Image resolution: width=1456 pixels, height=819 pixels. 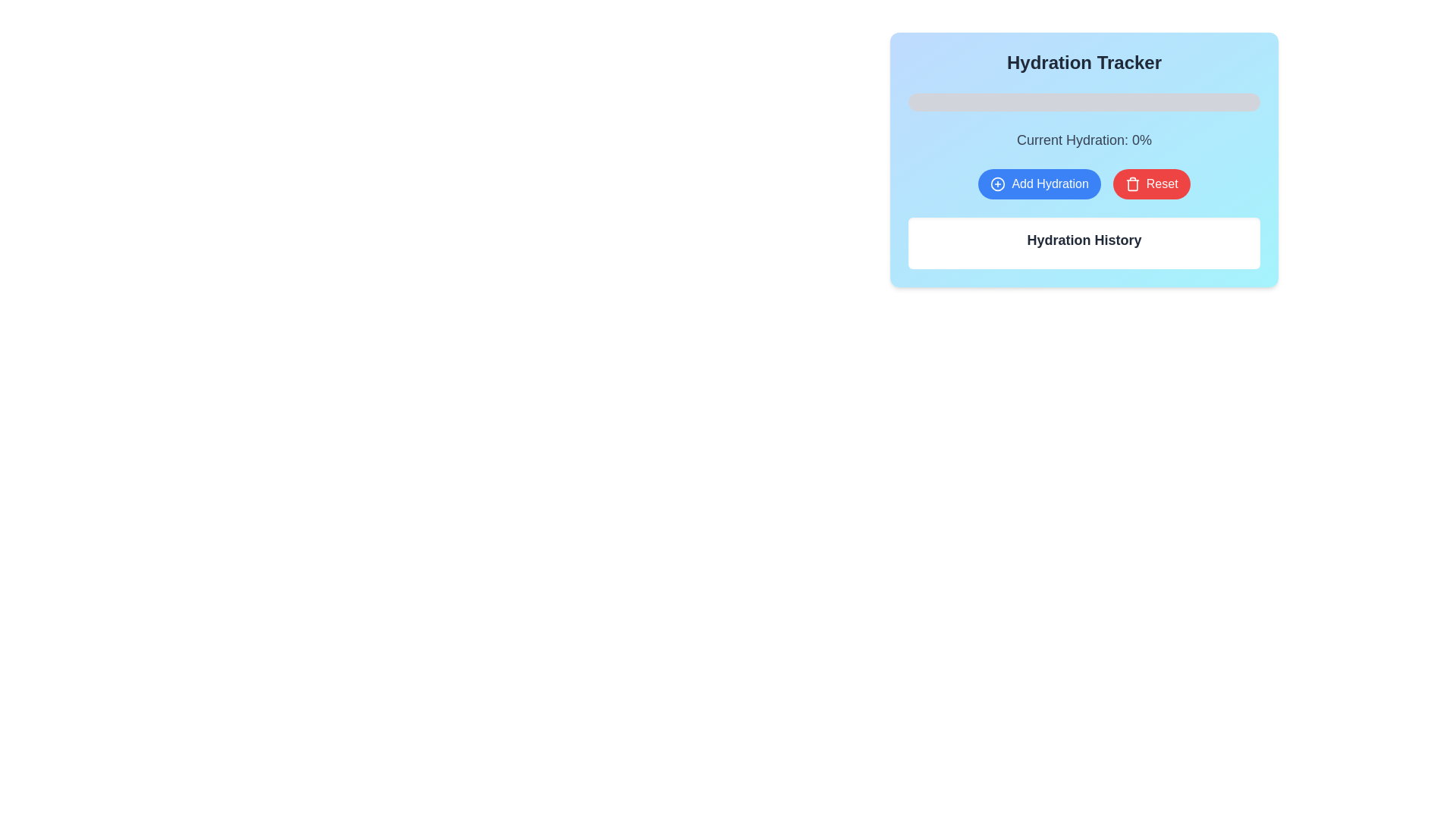 I want to click on the small trash can icon with a red background and white lines, located inside the button labeled 'Reset', positioned below the 'Current Hydration: 0%' label, so click(x=1132, y=184).